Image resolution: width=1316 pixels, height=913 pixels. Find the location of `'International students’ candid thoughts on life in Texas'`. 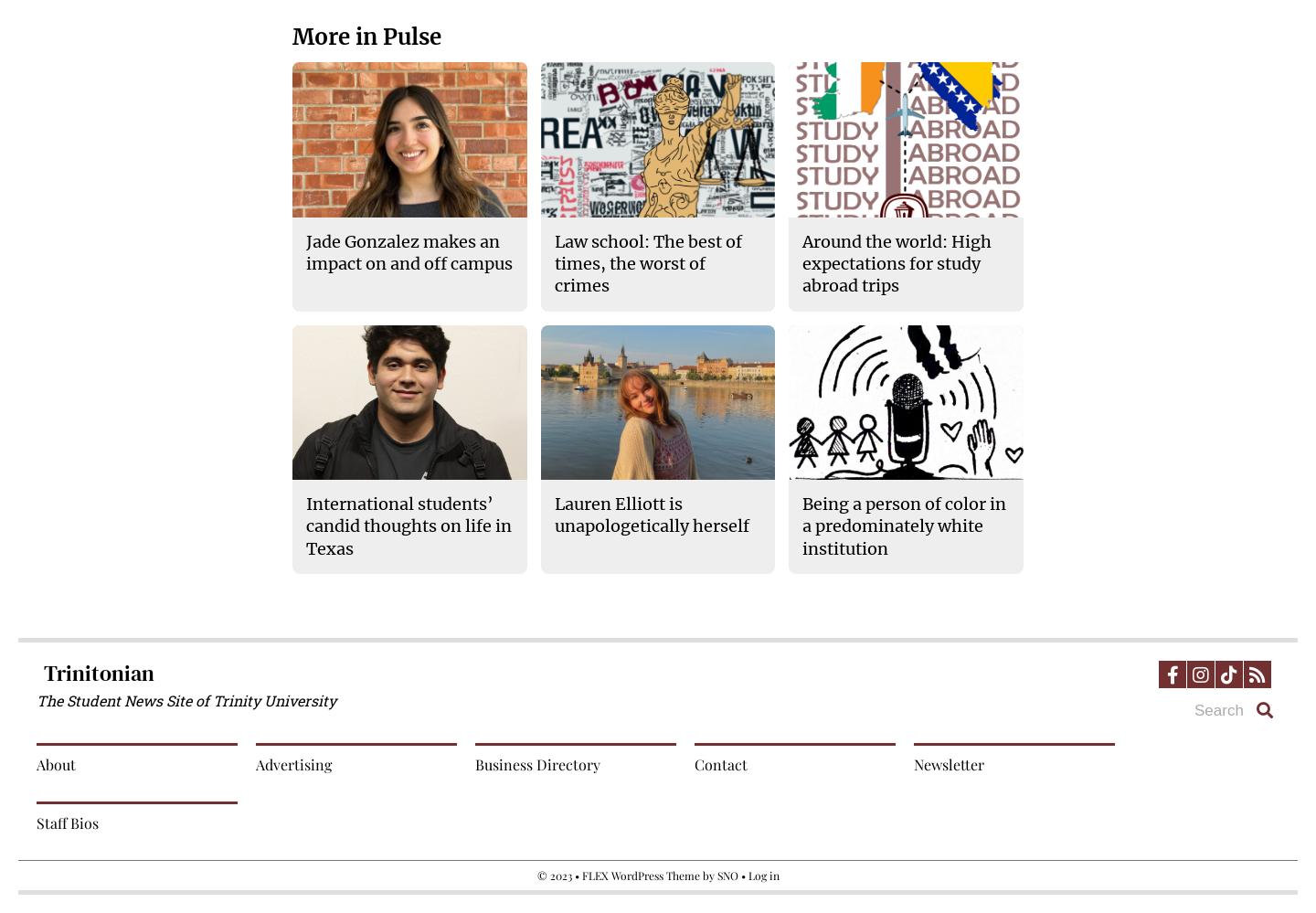

'International students’ candid thoughts on life in Texas' is located at coordinates (305, 526).